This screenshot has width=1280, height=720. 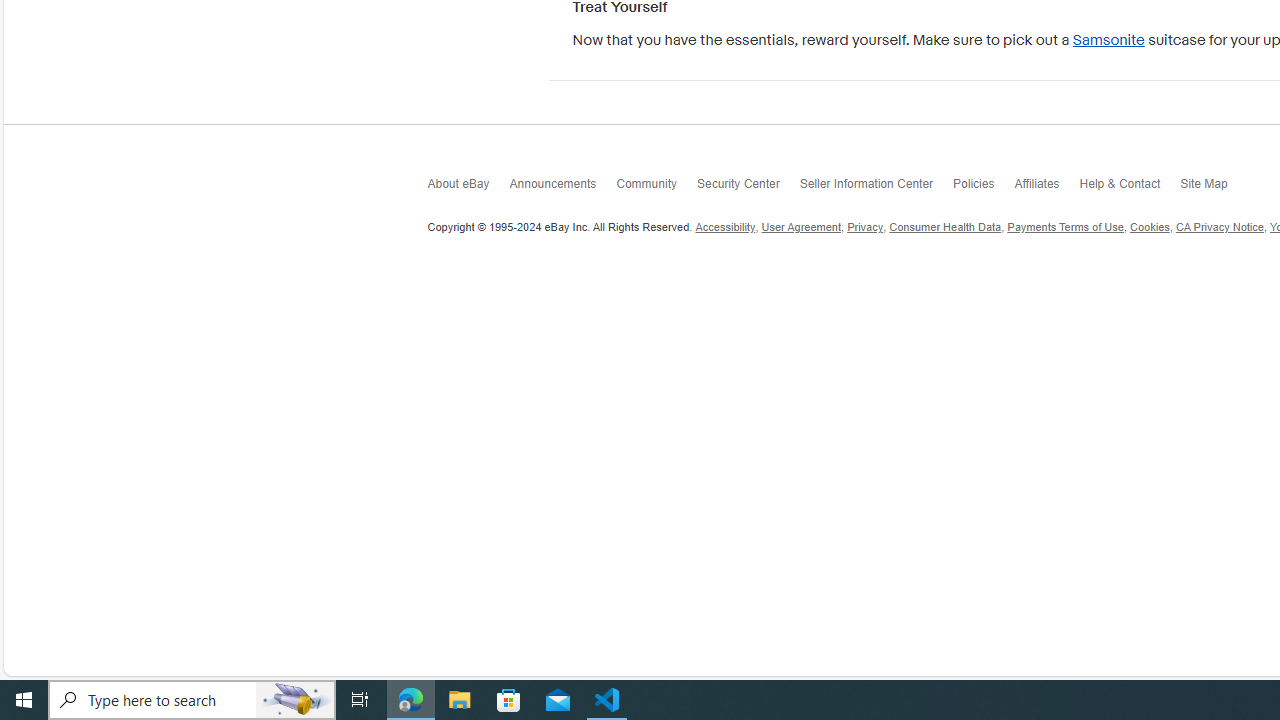 I want to click on 'User Agreement', so click(x=801, y=226).